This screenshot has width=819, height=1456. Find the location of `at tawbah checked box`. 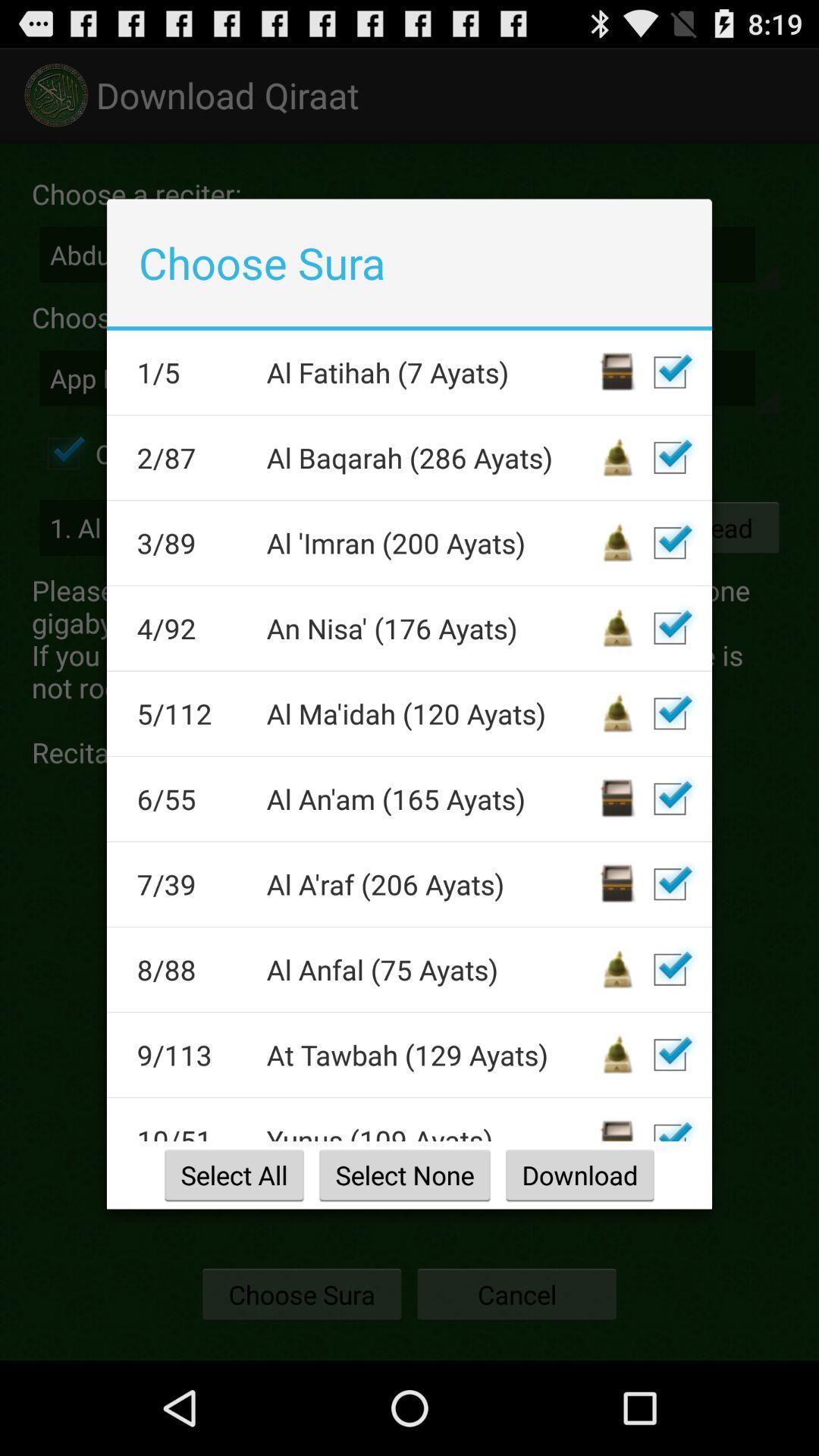

at tawbah checked box is located at coordinates (669, 1054).